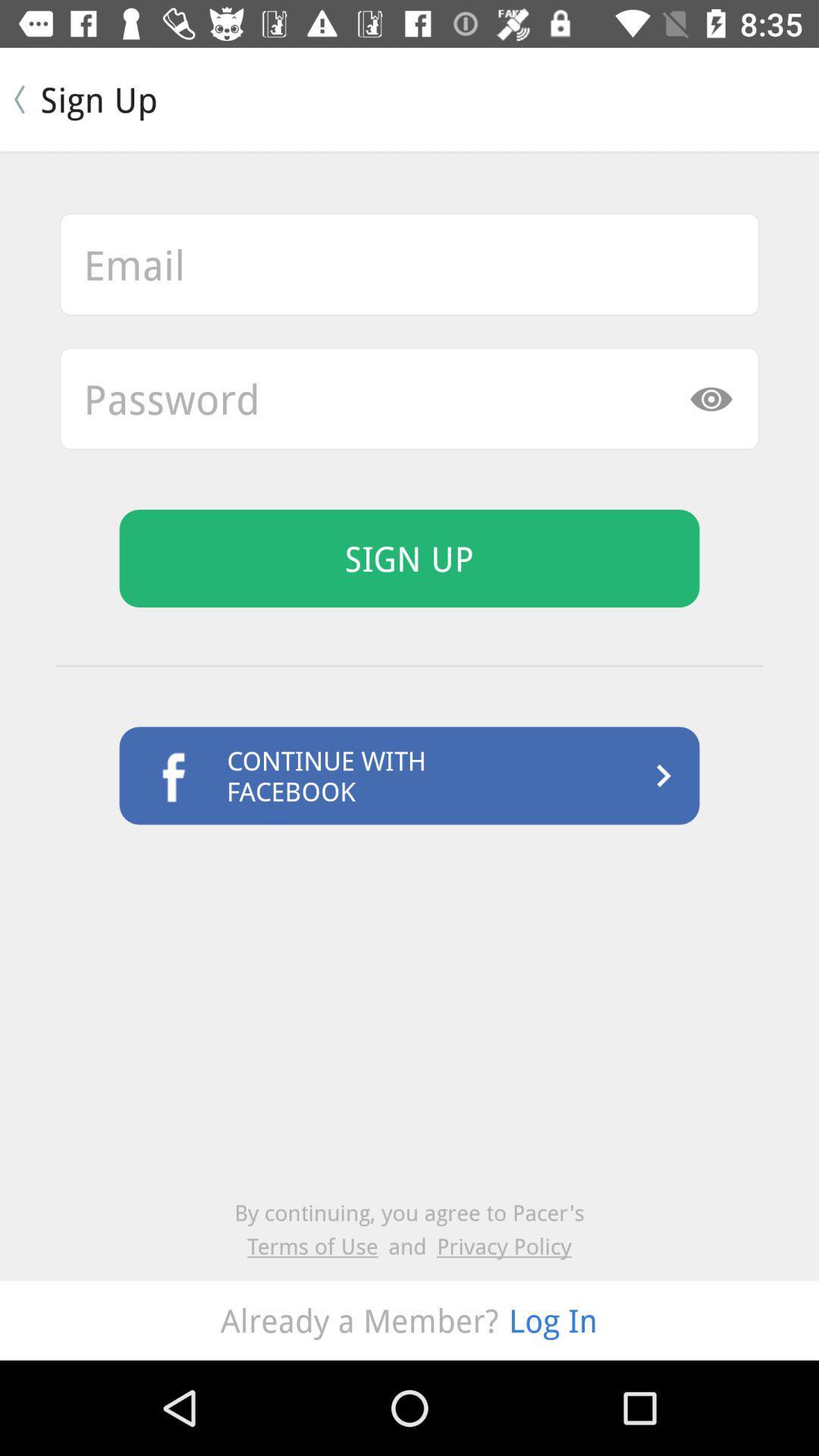 This screenshot has height=1456, width=819. What do you see at coordinates (504, 1246) in the screenshot?
I see `icon to the right of and` at bounding box center [504, 1246].